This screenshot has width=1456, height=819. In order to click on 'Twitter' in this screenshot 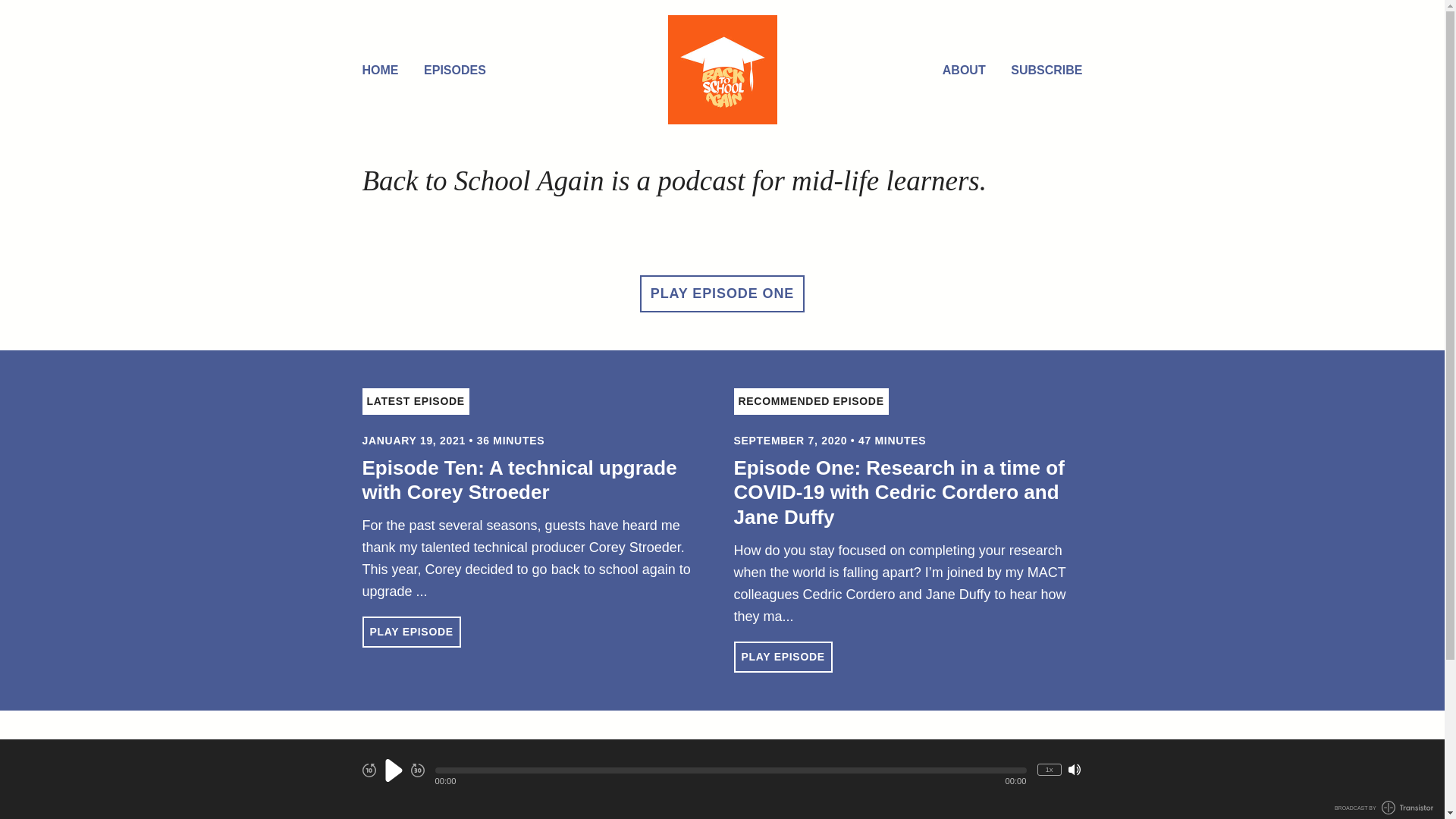, I will do `click(694, 778)`.